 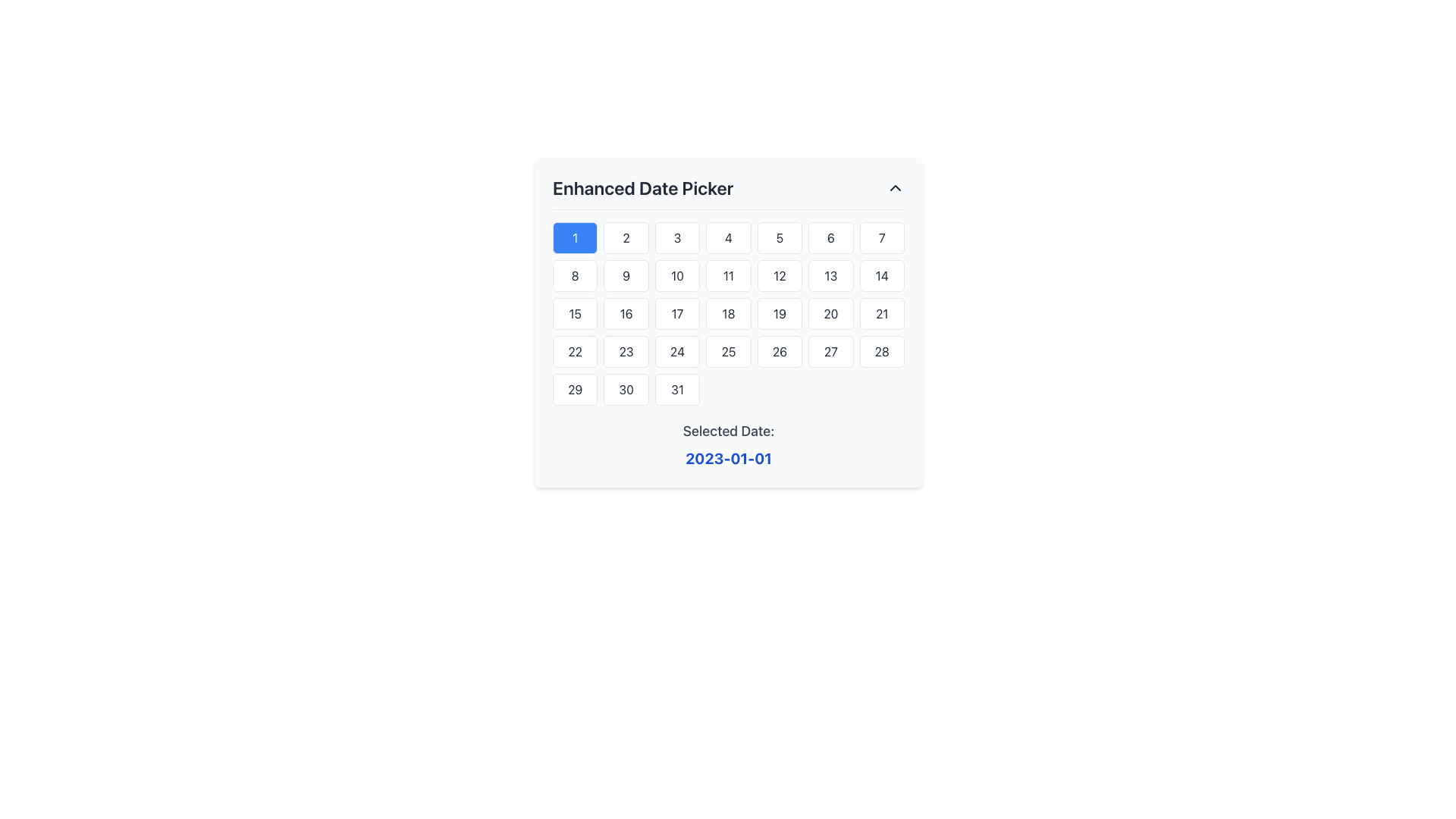 I want to click on the button representing the 11th day in the calendar grid of the date picker, so click(x=728, y=275).